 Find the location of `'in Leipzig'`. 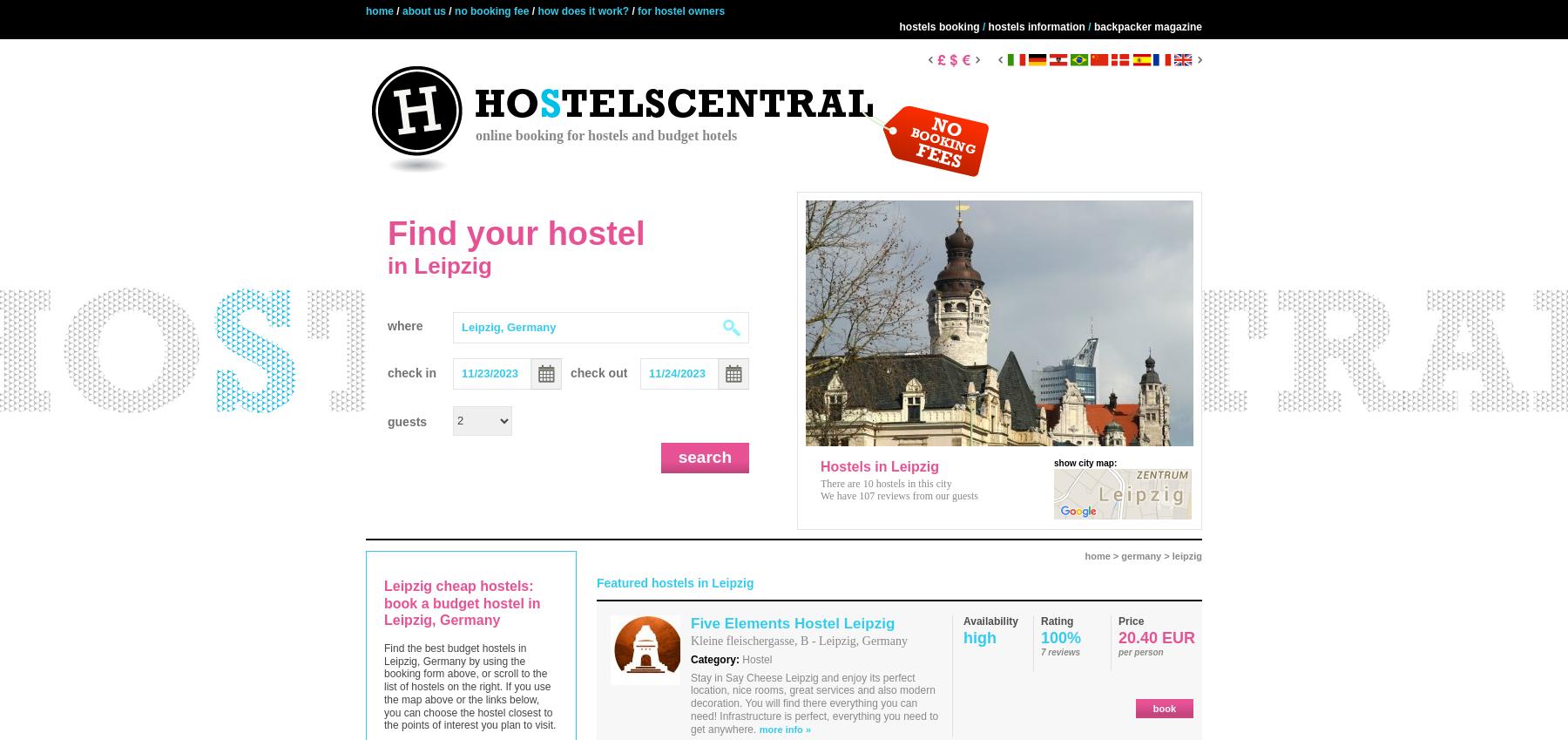

'in Leipzig' is located at coordinates (387, 264).